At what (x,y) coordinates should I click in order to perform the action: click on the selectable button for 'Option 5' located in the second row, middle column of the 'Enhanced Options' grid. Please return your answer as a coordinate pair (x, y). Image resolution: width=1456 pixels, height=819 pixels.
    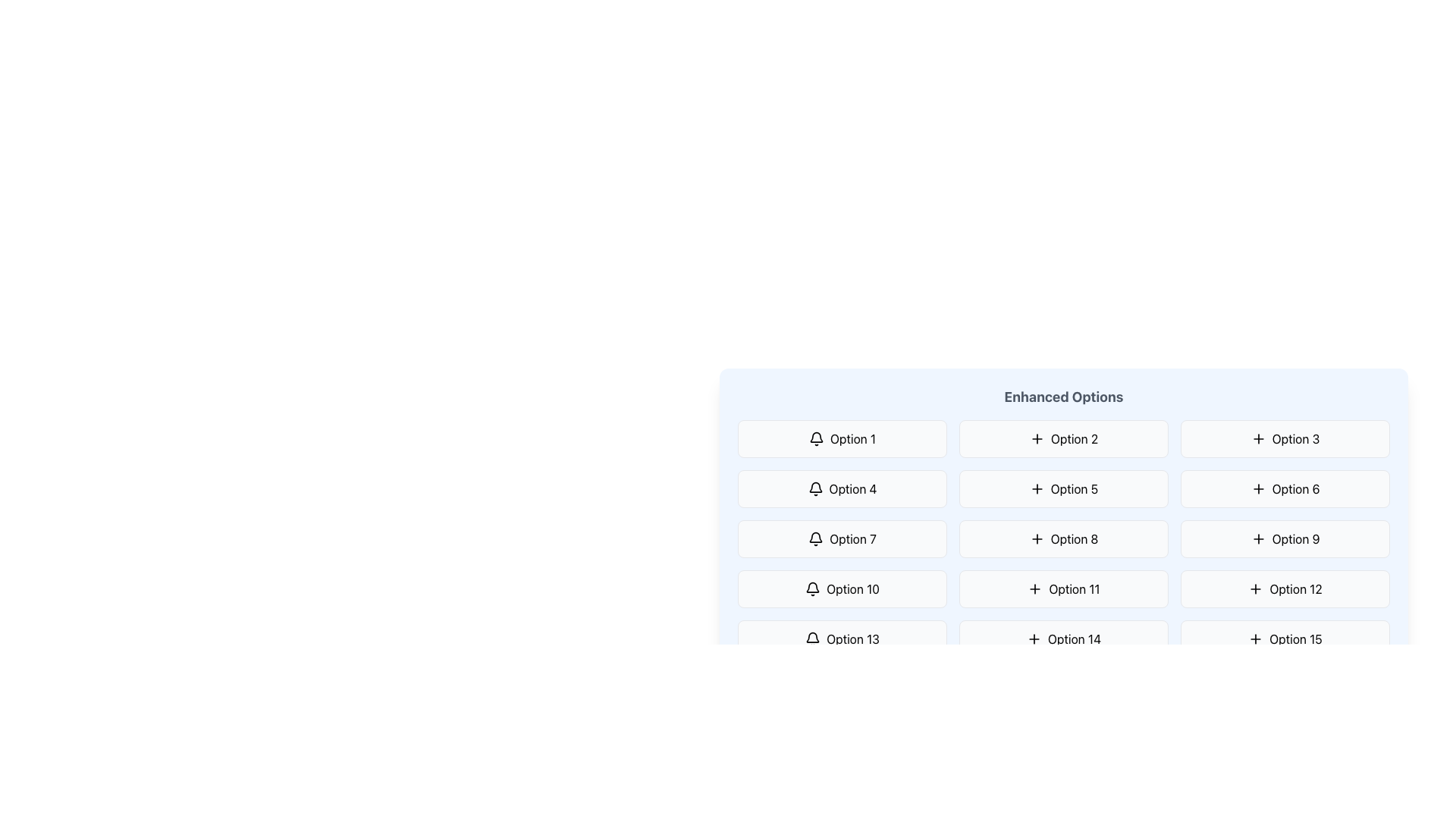
    Looking at the image, I should click on (1062, 488).